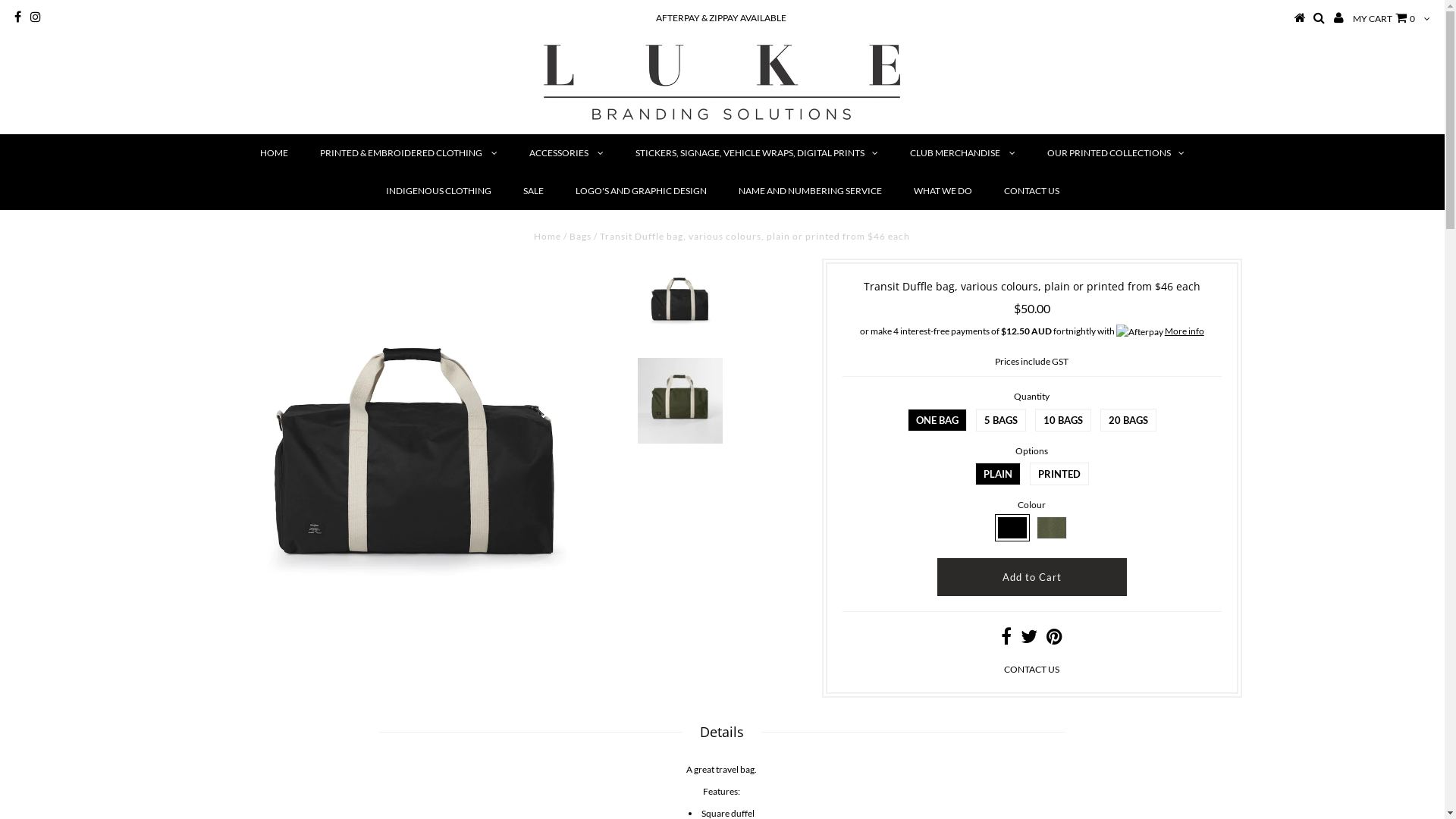 This screenshot has height=819, width=1456. Describe the element at coordinates (1031, 152) in the screenshot. I see `'OUR PRINTED COLLECTIONS'` at that location.